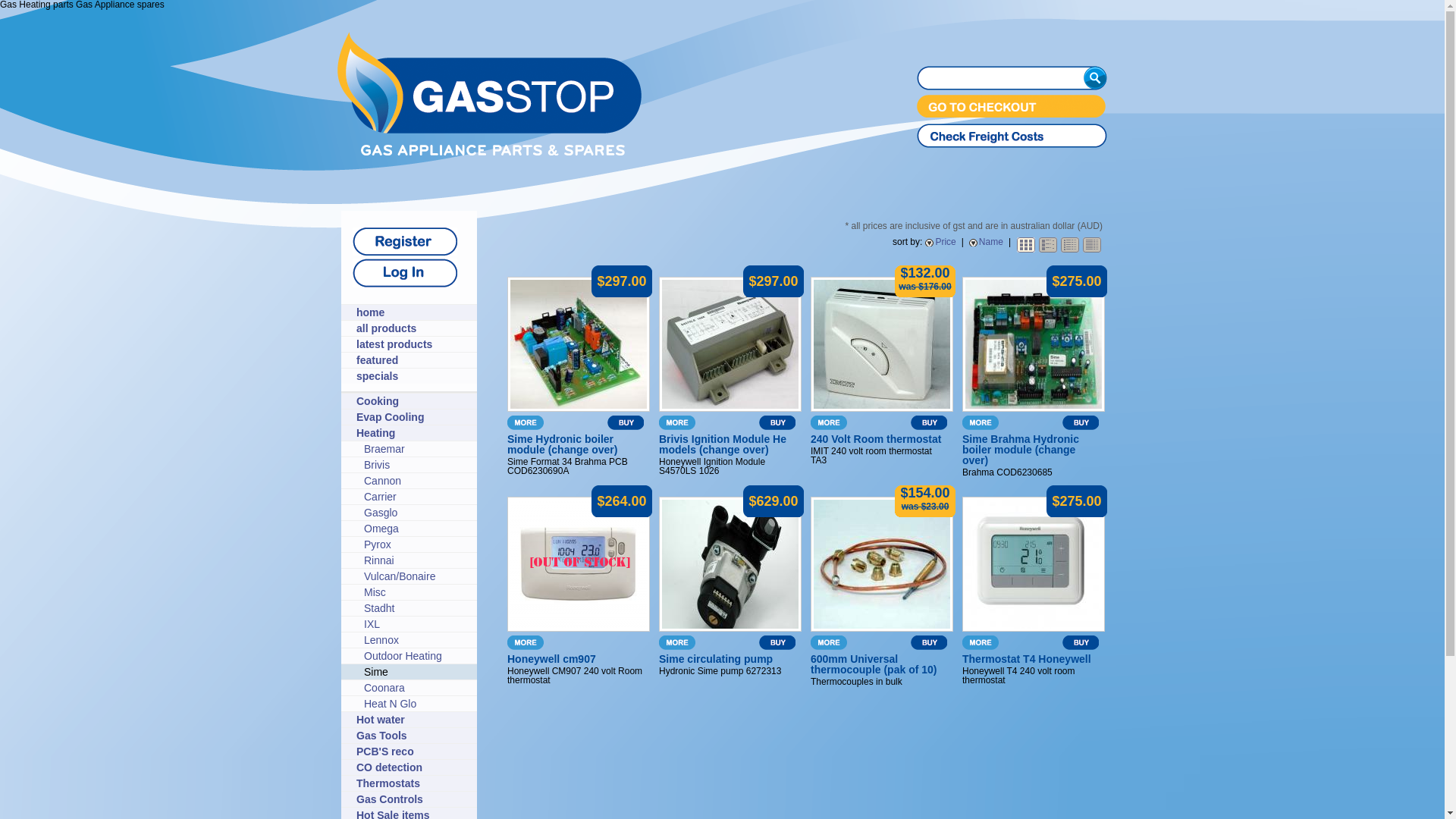 This screenshot has width=1456, height=819. What do you see at coordinates (416, 591) in the screenshot?
I see `'Misc'` at bounding box center [416, 591].